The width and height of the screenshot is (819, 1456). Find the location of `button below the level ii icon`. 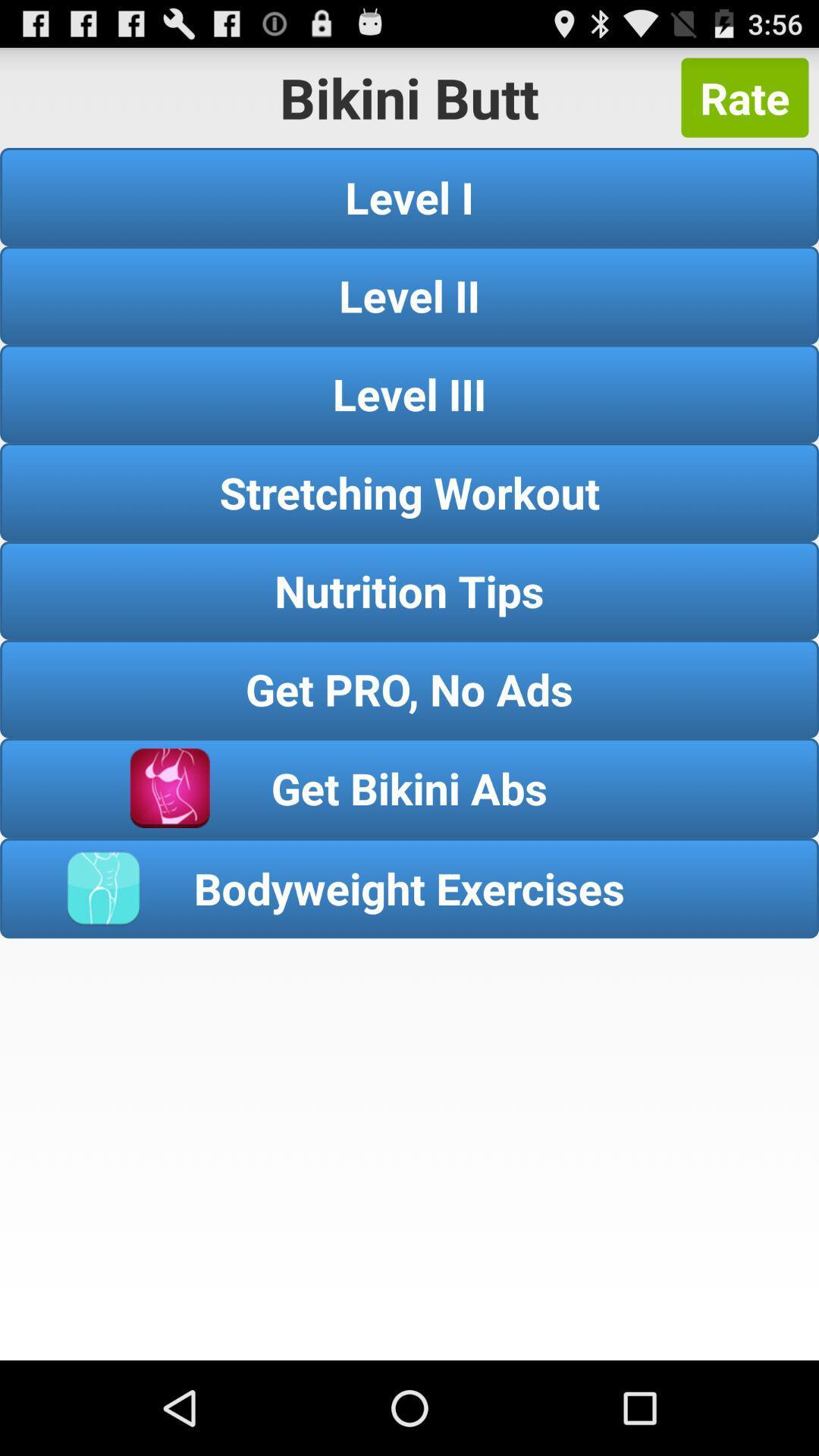

button below the level ii icon is located at coordinates (409, 394).